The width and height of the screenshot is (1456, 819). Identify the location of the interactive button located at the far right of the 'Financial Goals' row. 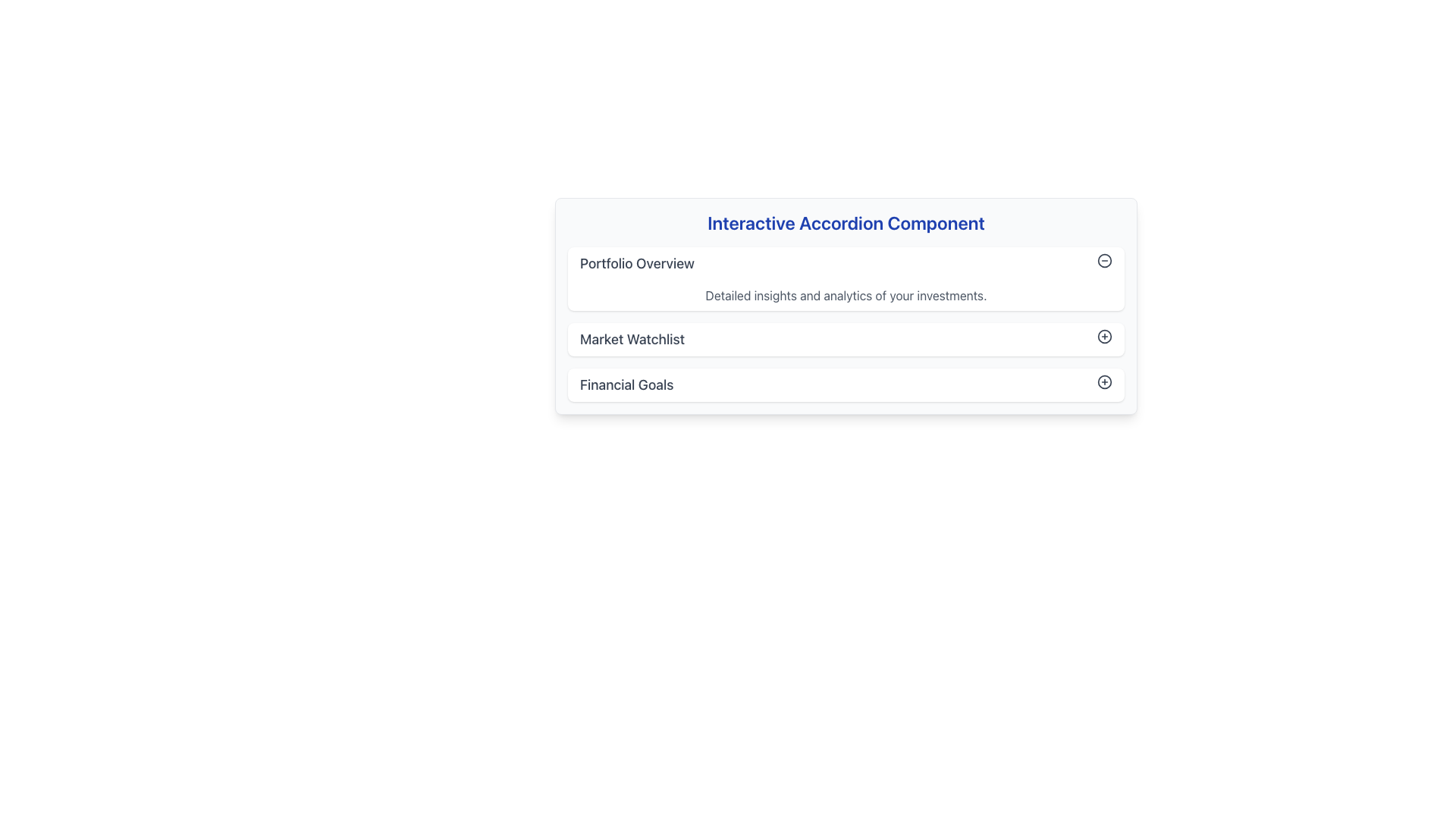
(1105, 381).